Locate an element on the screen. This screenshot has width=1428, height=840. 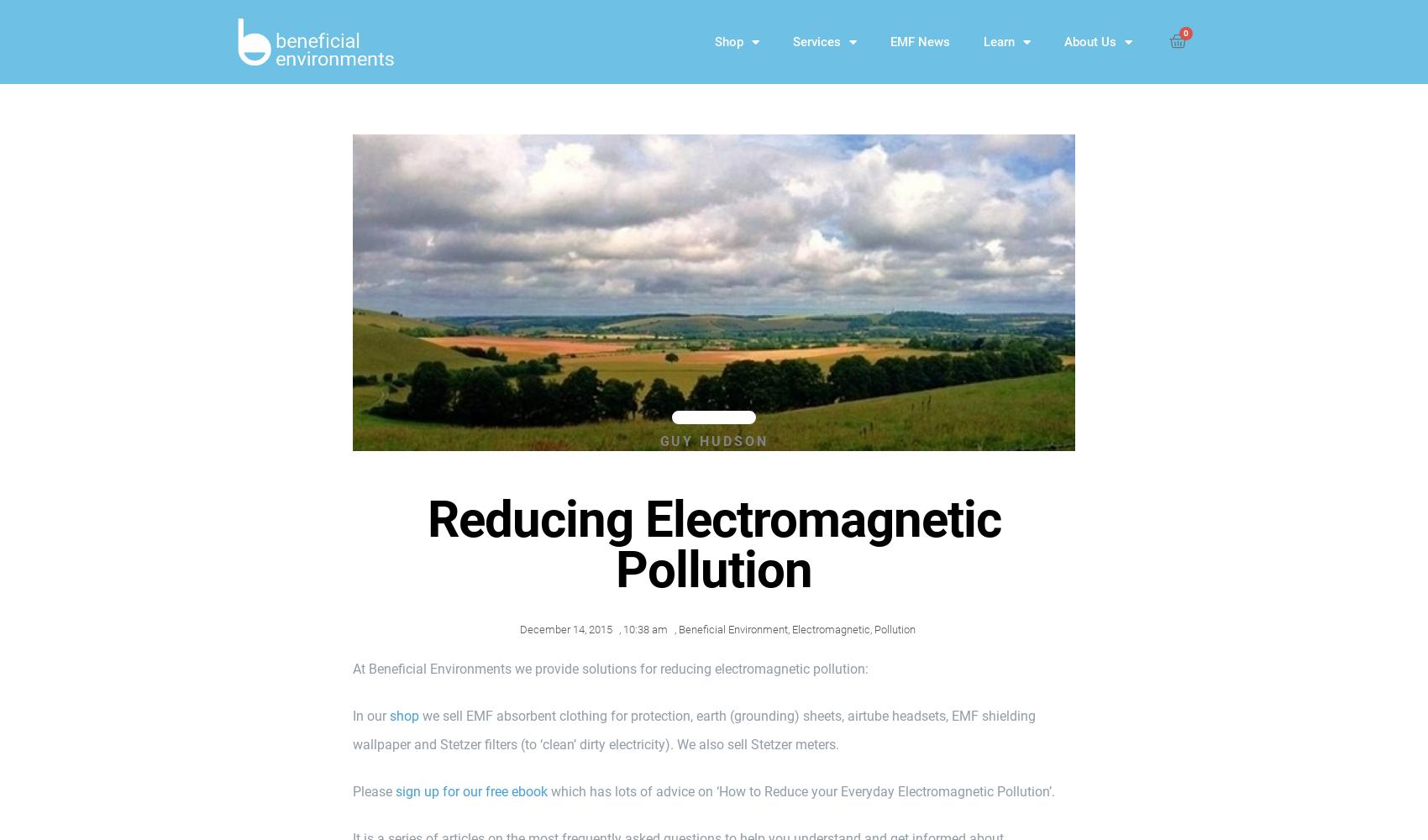
'0' is located at coordinates (1185, 33).